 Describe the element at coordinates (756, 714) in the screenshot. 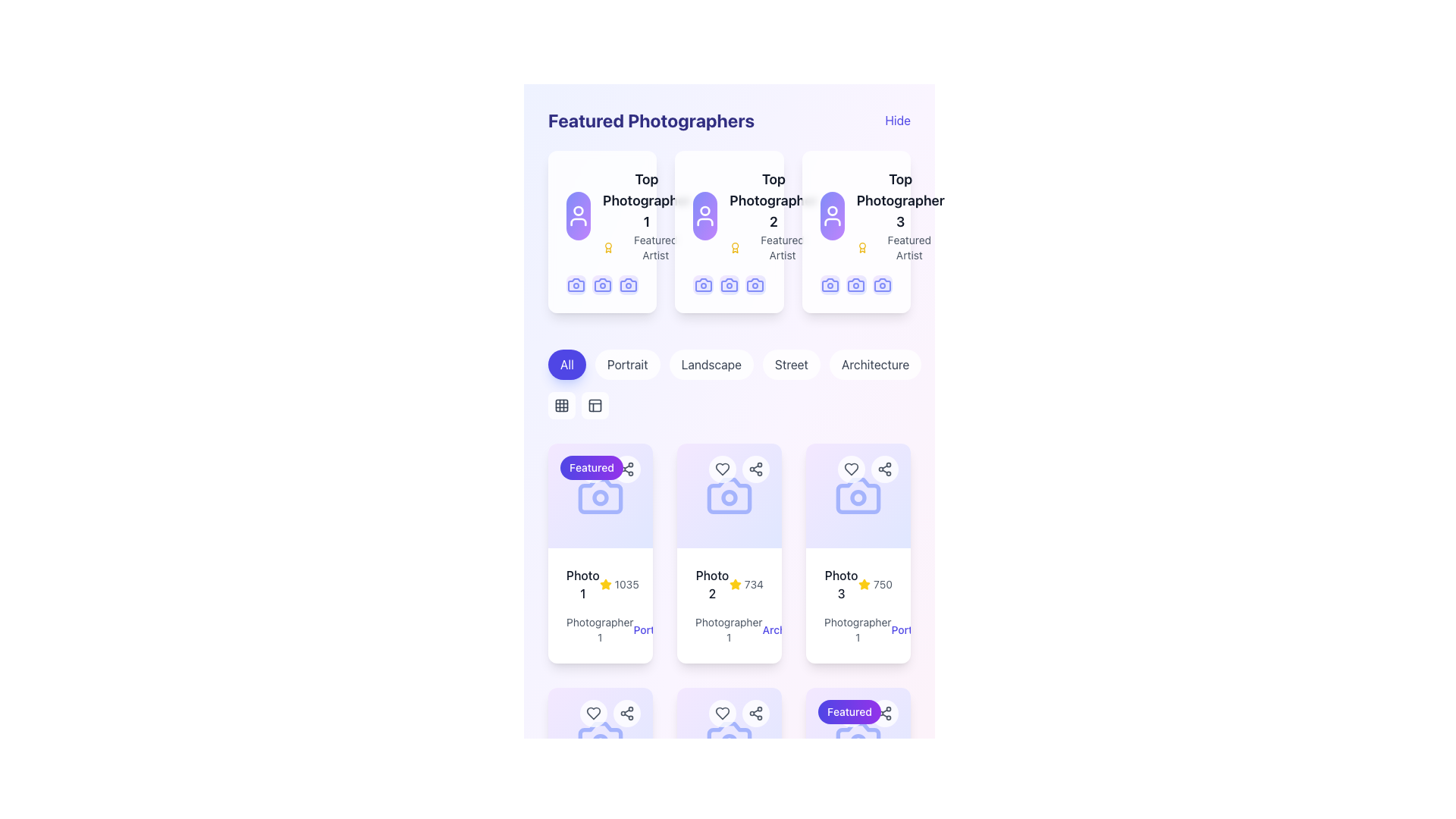

I see `the share icon located in the top-right corner of the card` at that location.